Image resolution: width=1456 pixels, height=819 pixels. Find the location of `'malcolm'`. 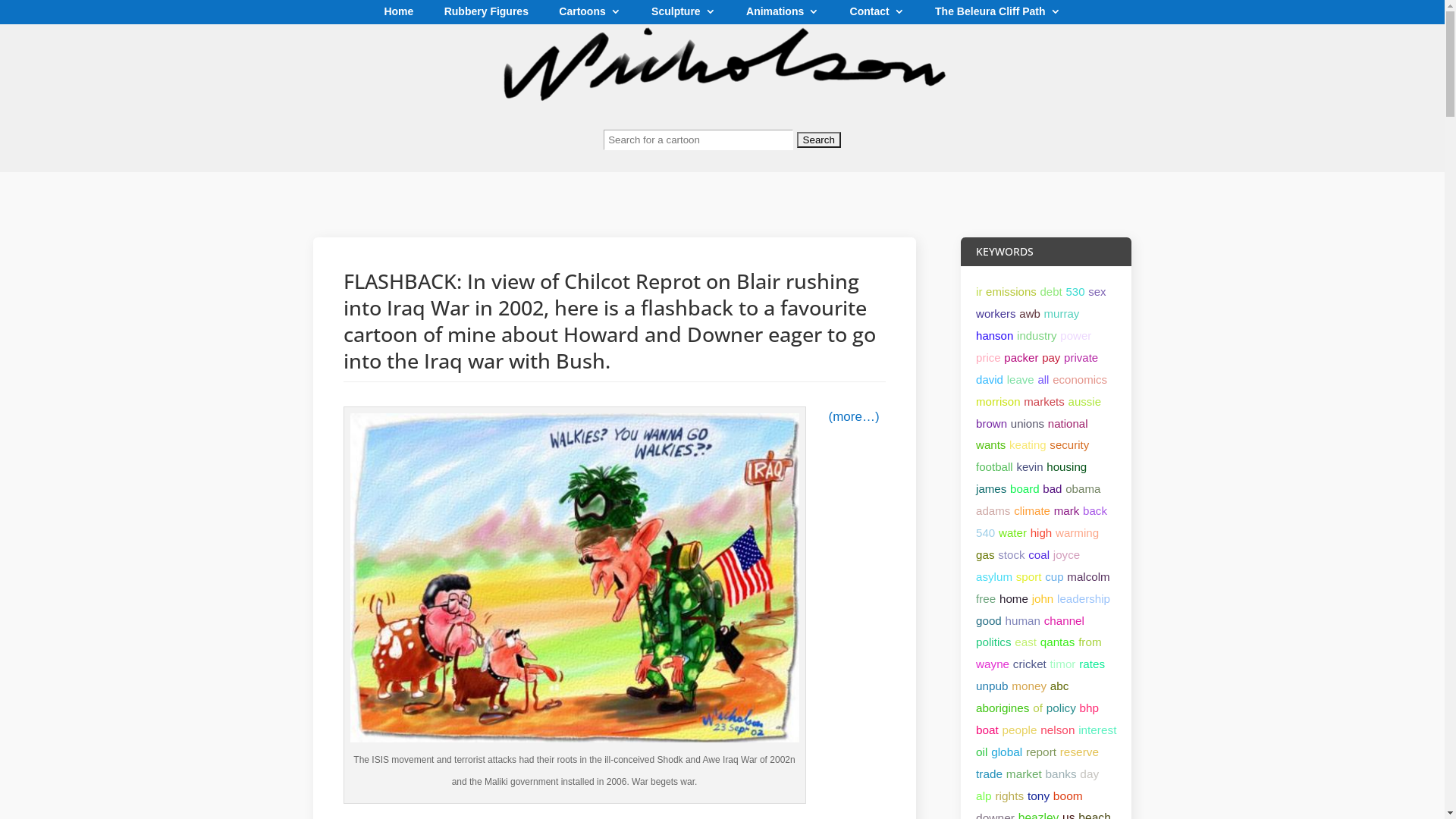

'malcolm' is located at coordinates (1087, 576).